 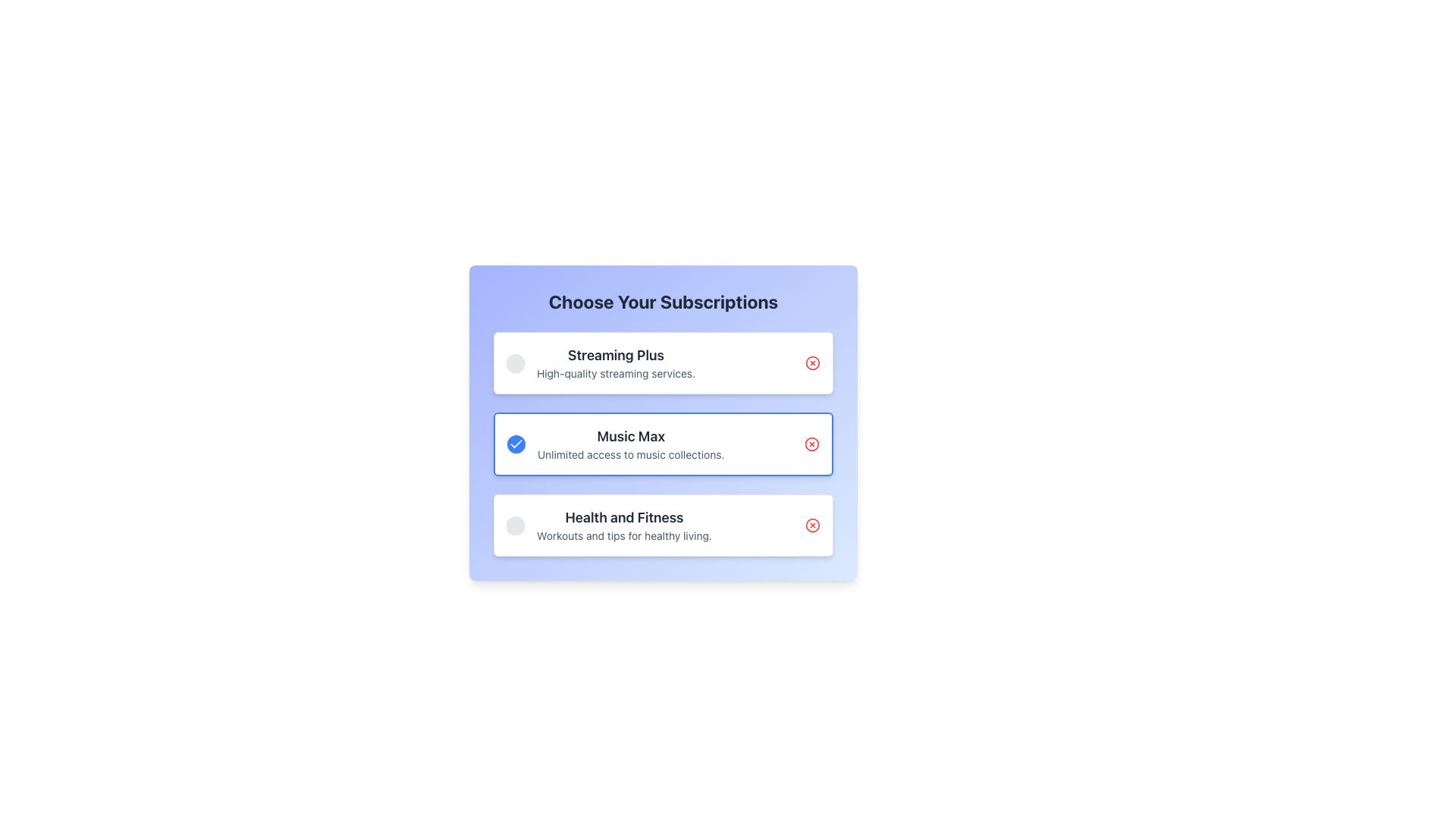 What do you see at coordinates (663, 301) in the screenshot?
I see `text of the header element that displays 'Choose Your Subscriptions', which is styled with bold, large text and is centered within a rounded box with a gradient background` at bounding box center [663, 301].